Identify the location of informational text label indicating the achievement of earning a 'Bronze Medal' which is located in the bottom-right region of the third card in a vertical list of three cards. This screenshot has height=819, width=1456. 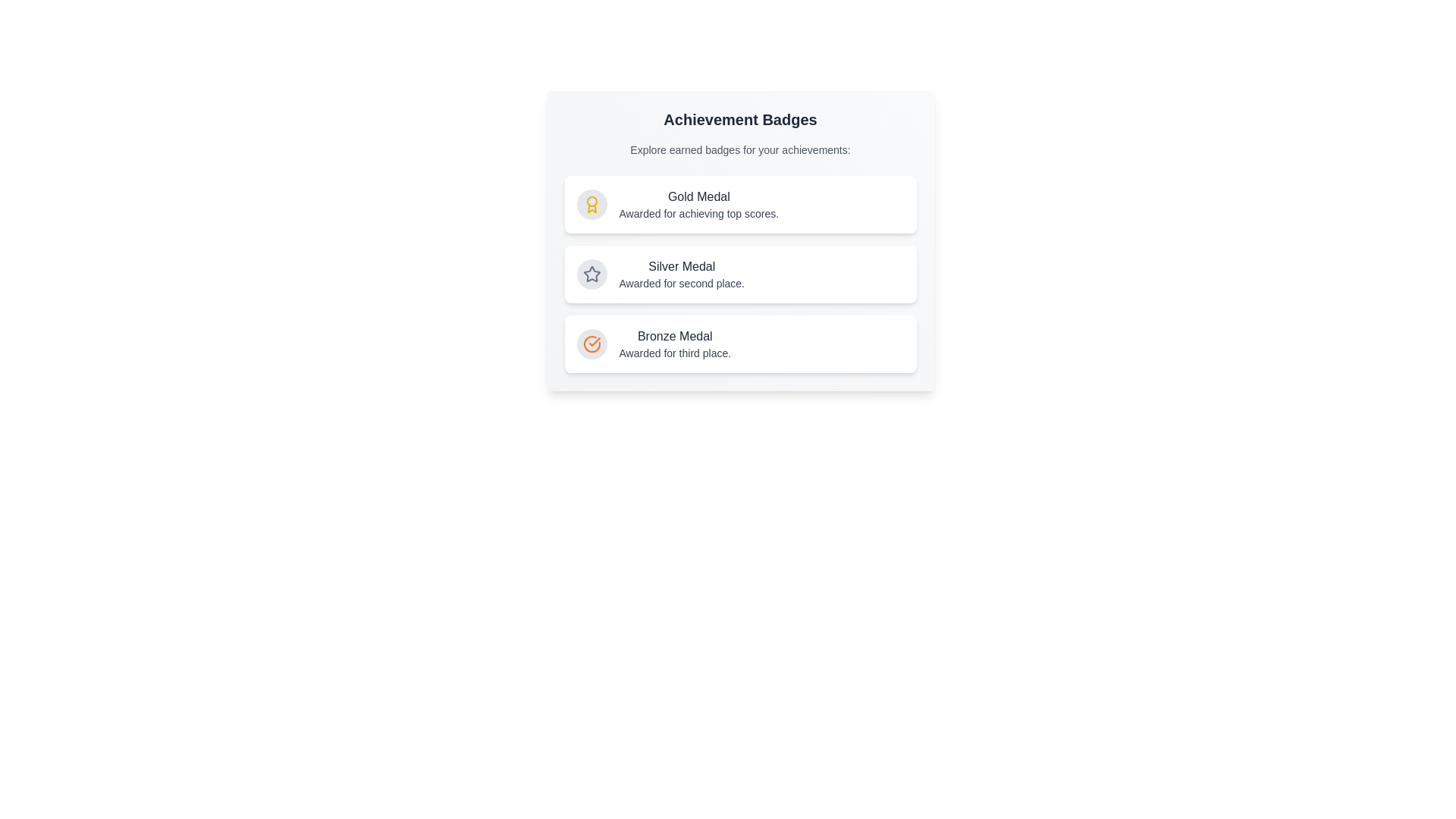
(674, 344).